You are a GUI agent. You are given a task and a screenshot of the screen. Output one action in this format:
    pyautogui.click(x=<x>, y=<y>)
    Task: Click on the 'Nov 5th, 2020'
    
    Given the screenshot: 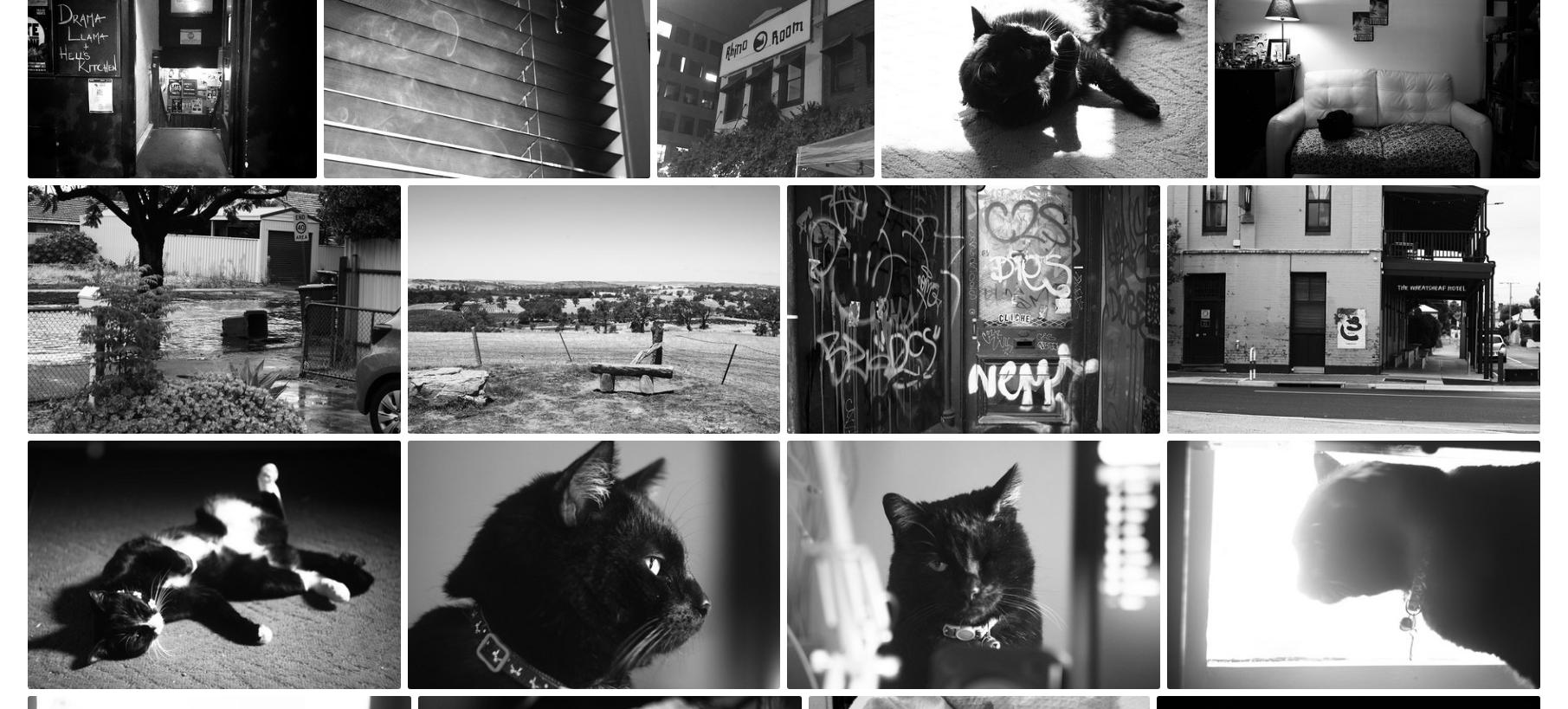 What is the action you would take?
    pyautogui.click(x=1208, y=452)
    